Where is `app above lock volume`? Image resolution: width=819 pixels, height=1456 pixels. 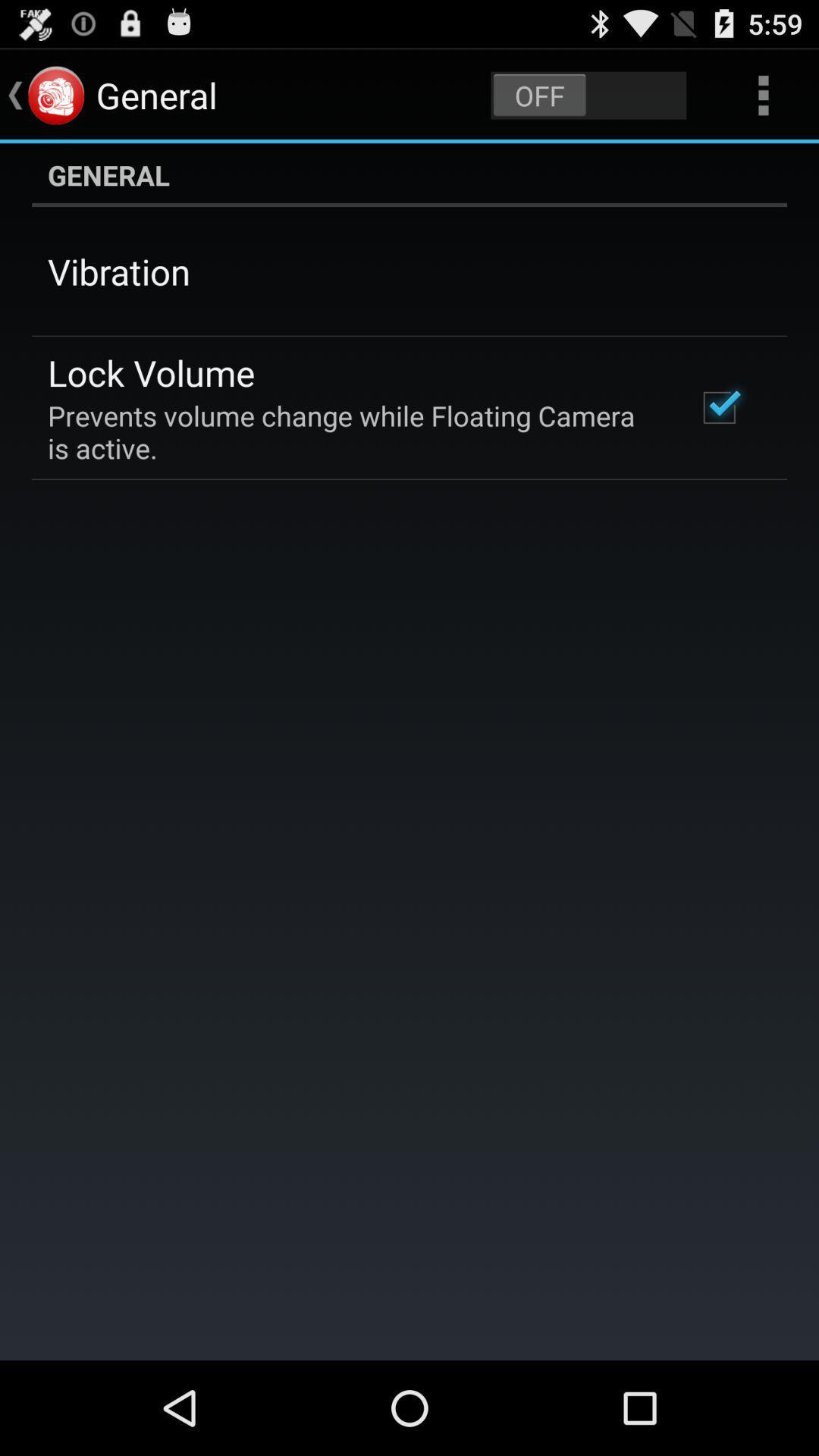
app above lock volume is located at coordinates (118, 271).